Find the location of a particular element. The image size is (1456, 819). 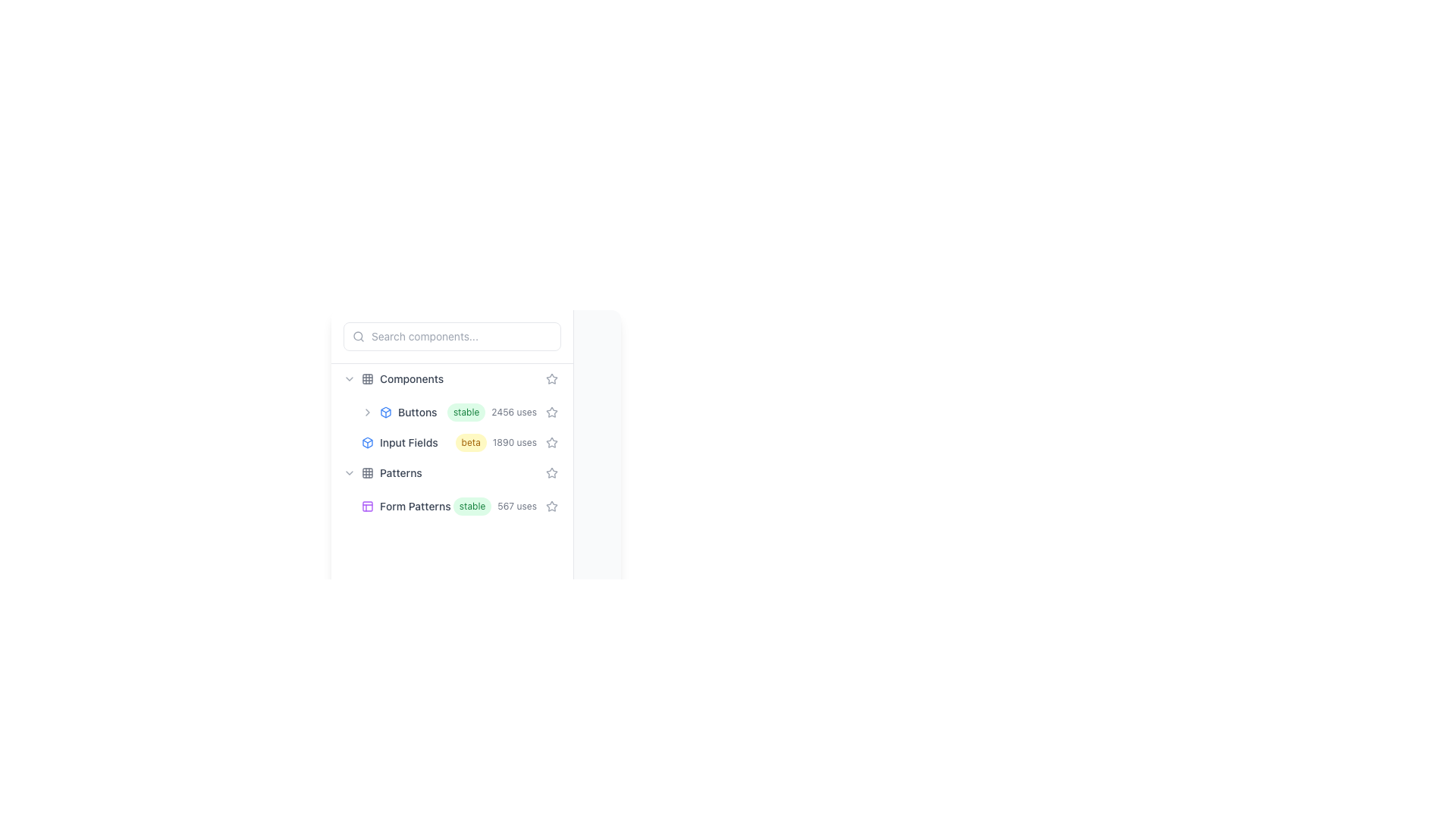

the star-shaped non-interactive SVG icon located to the right of the 'Input Fields' text in the horizontal list view is located at coordinates (551, 378).